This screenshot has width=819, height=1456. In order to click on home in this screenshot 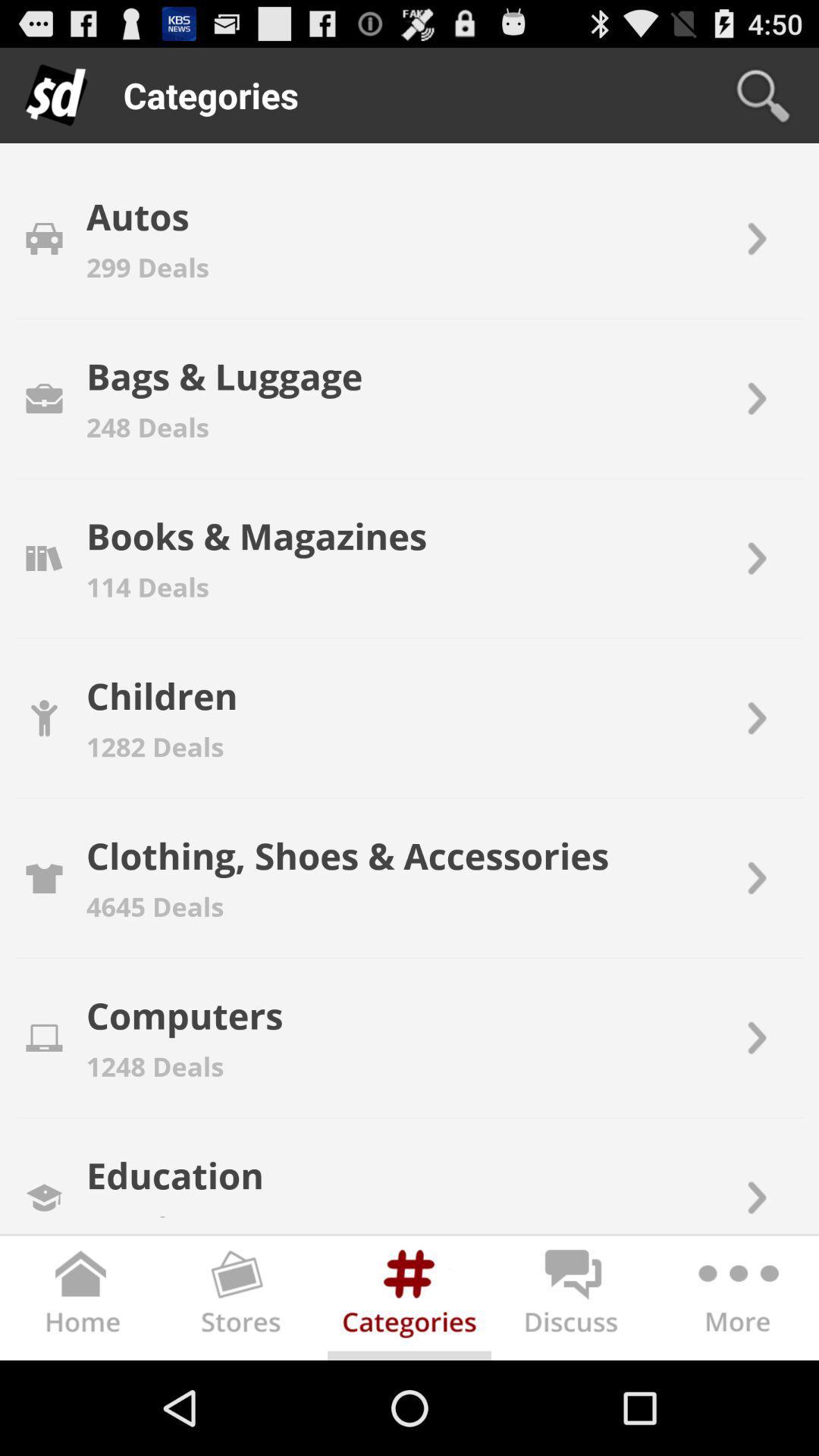, I will do `click(82, 1301)`.